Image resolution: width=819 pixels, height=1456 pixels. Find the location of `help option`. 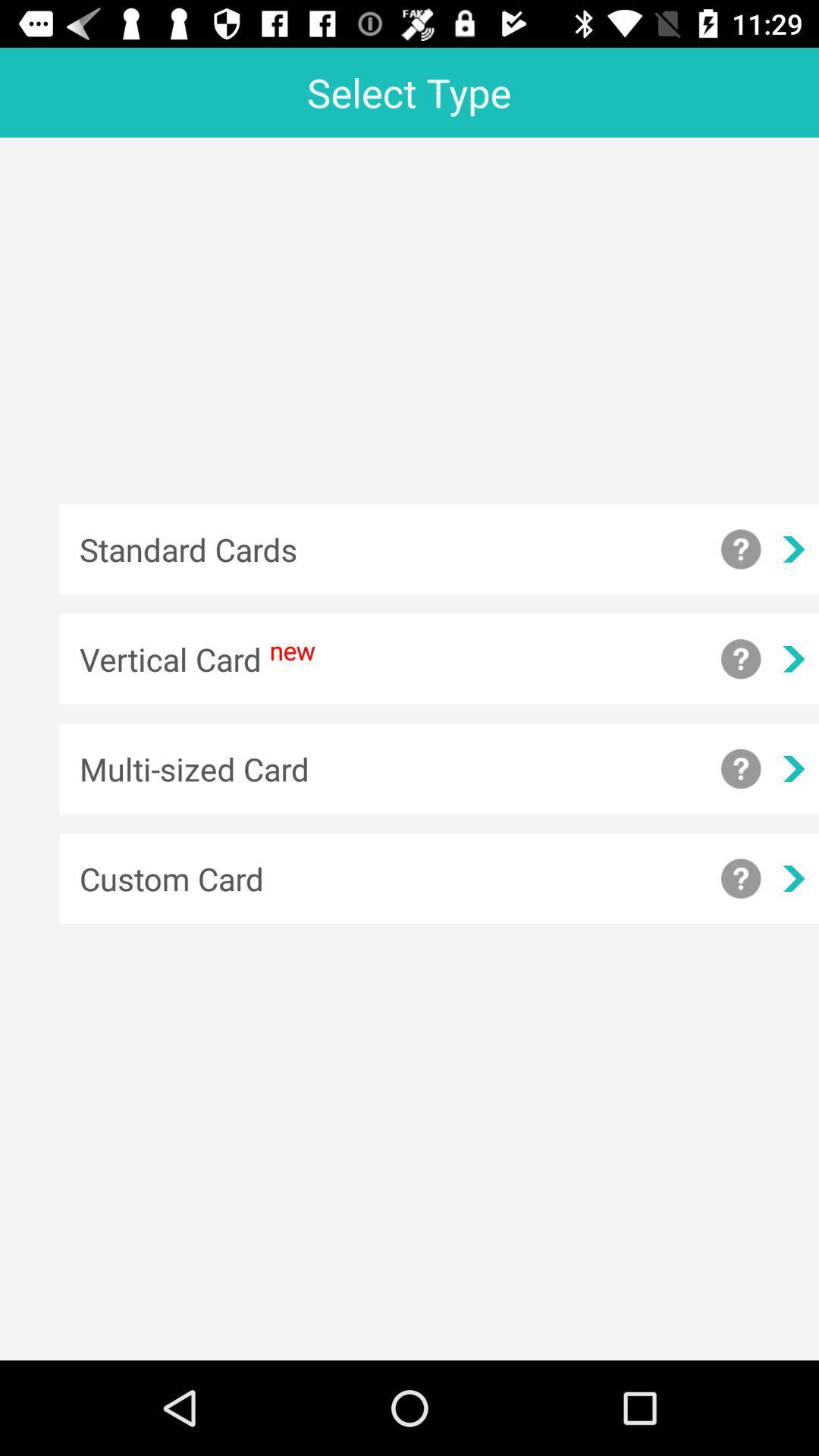

help option is located at coordinates (740, 659).